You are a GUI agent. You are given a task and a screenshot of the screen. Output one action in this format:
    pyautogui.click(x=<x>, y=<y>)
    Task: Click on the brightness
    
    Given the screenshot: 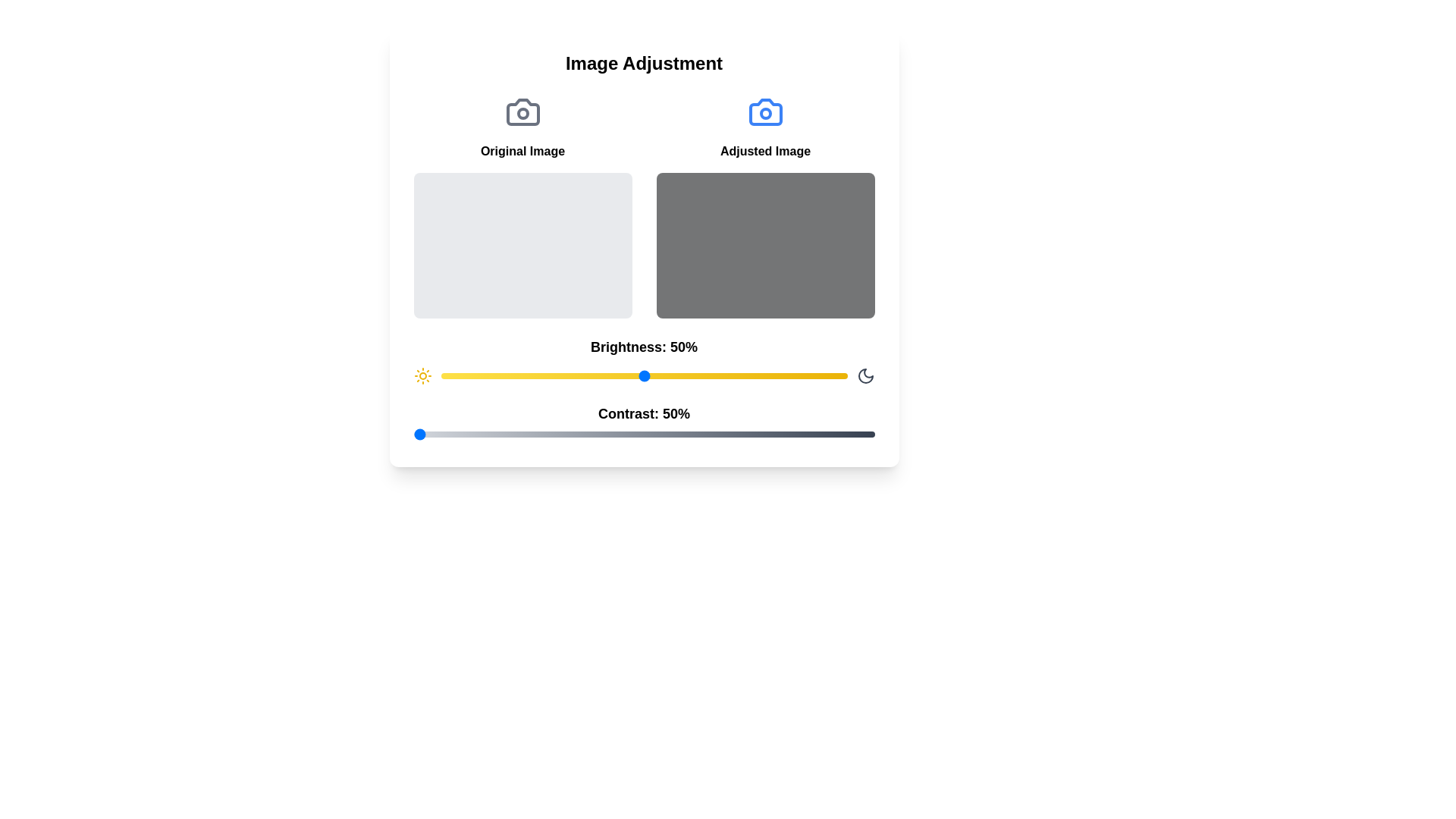 What is the action you would take?
    pyautogui.click(x=648, y=375)
    